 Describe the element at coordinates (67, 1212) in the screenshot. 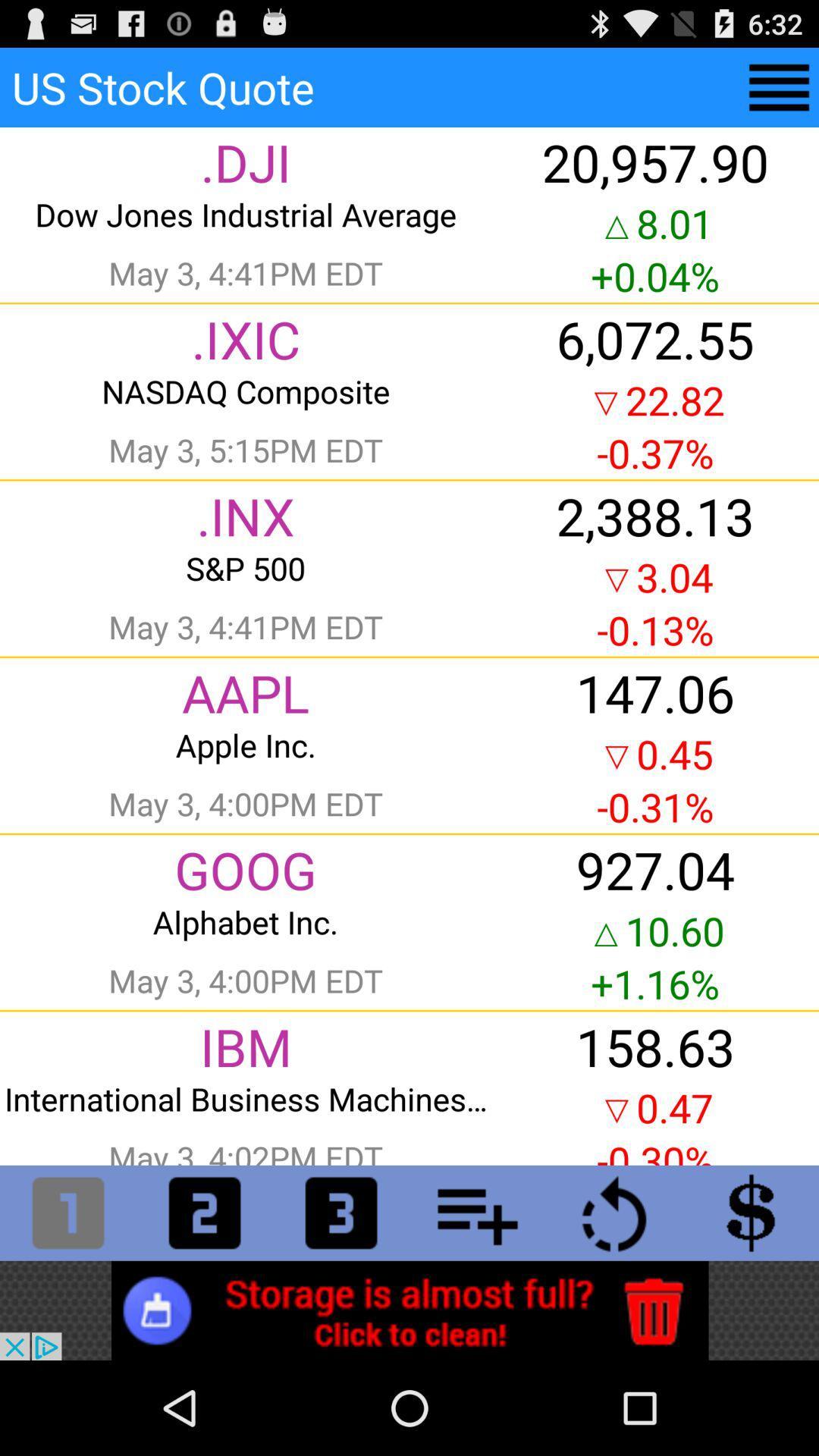

I see `numper` at that location.